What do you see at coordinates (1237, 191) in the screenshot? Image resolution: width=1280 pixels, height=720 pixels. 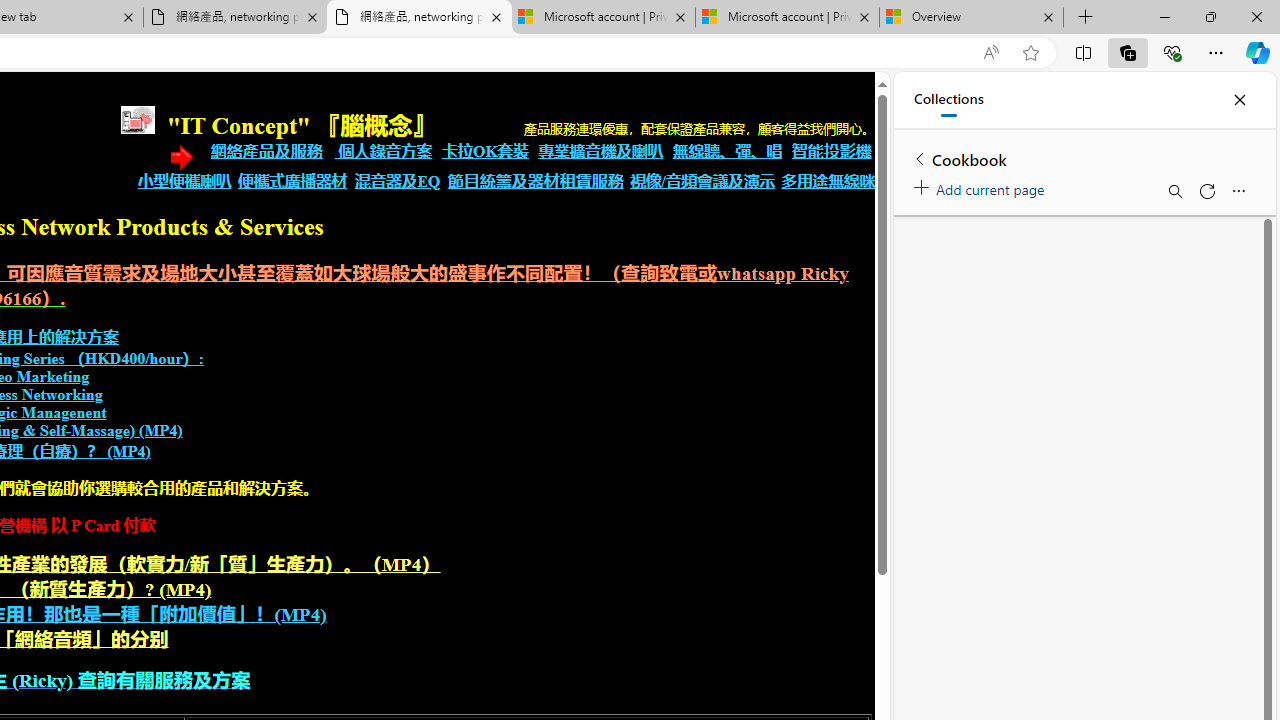 I see `'More options menu'` at bounding box center [1237, 191].